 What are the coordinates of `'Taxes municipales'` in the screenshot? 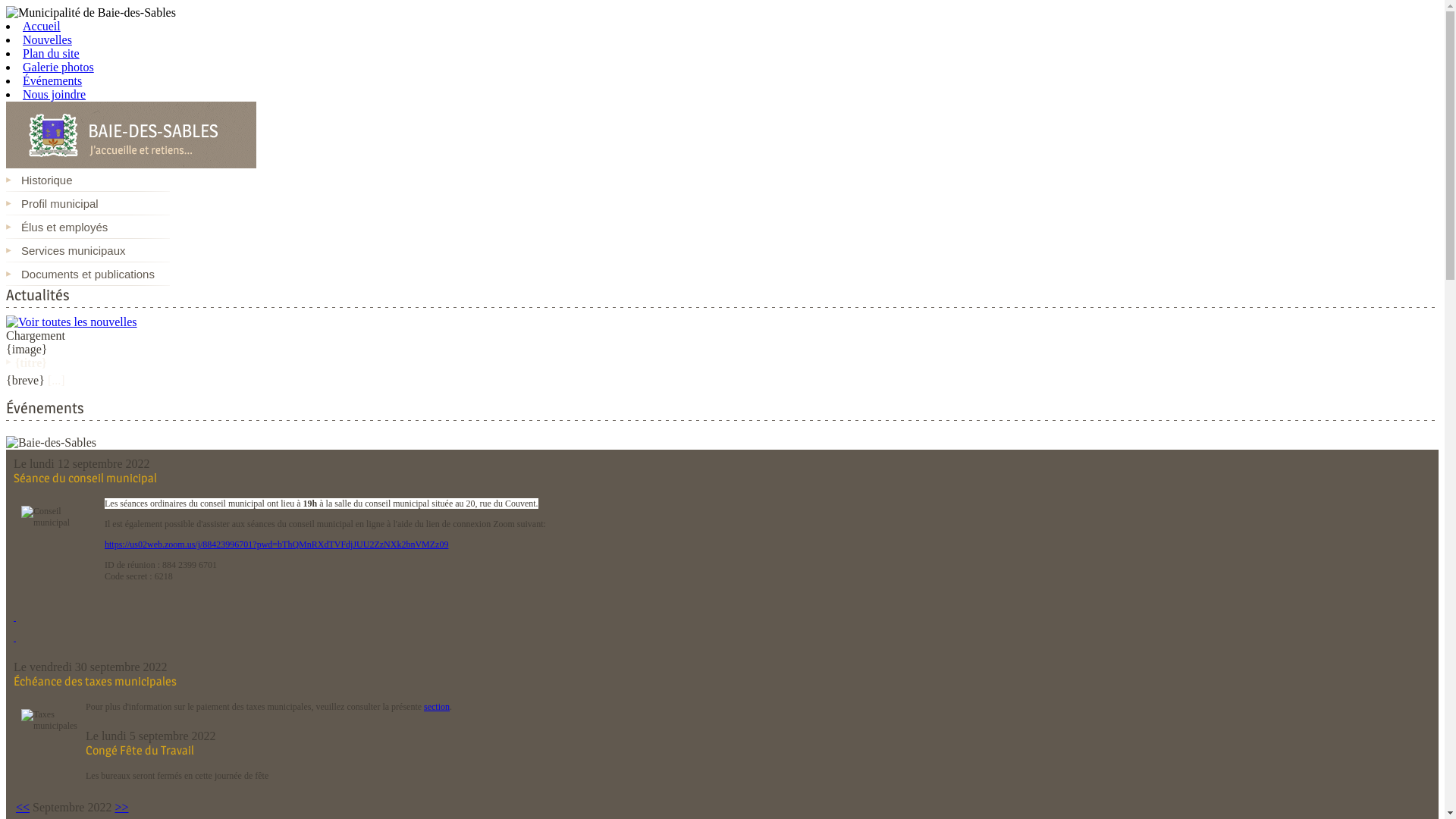 It's located at (21, 736).